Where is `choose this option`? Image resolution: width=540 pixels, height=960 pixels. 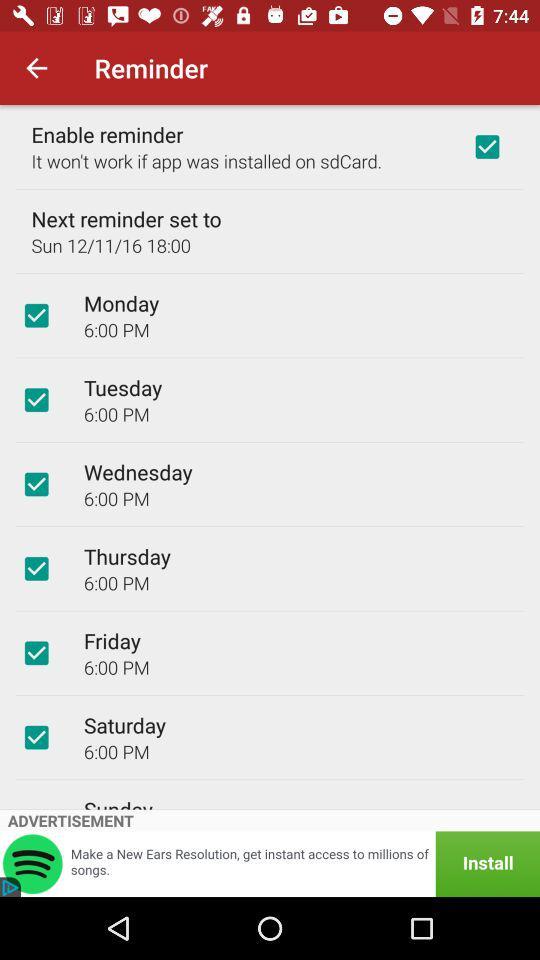
choose this option is located at coordinates (36, 399).